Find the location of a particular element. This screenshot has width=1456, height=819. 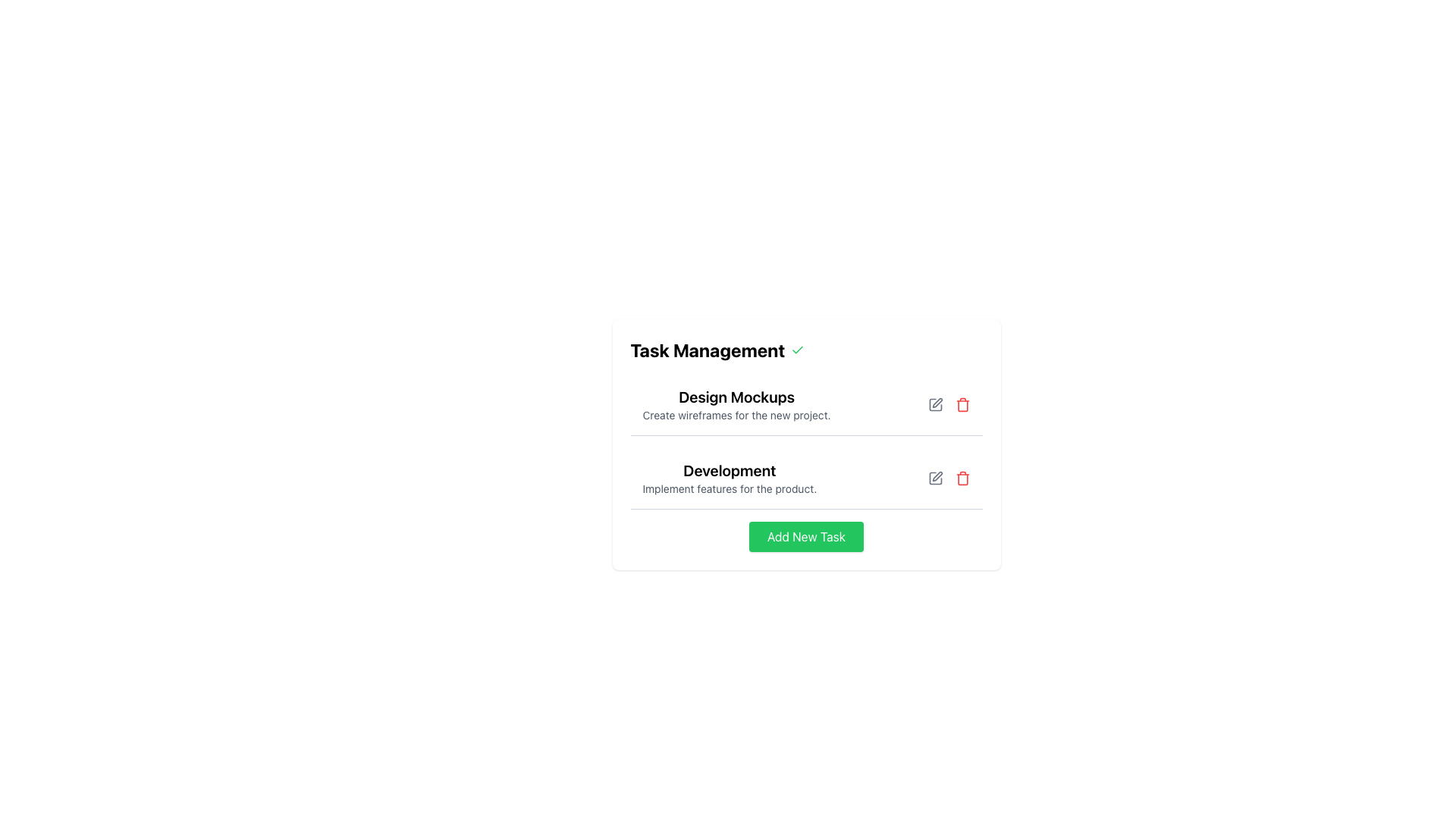

the edit SVG icon located to the right of the 'Development' task label is located at coordinates (937, 475).